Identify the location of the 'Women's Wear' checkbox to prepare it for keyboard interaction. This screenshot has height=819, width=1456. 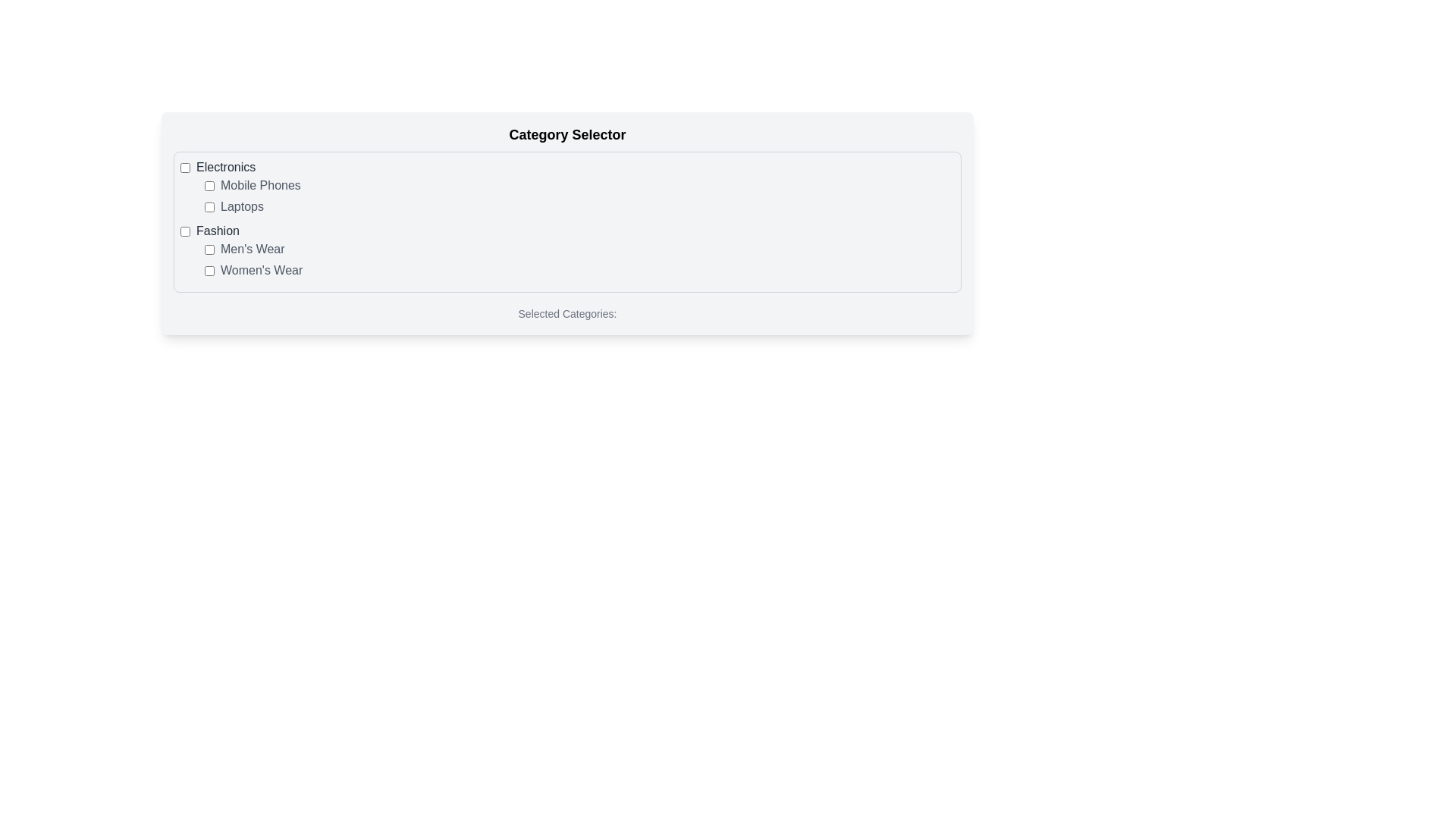
(209, 270).